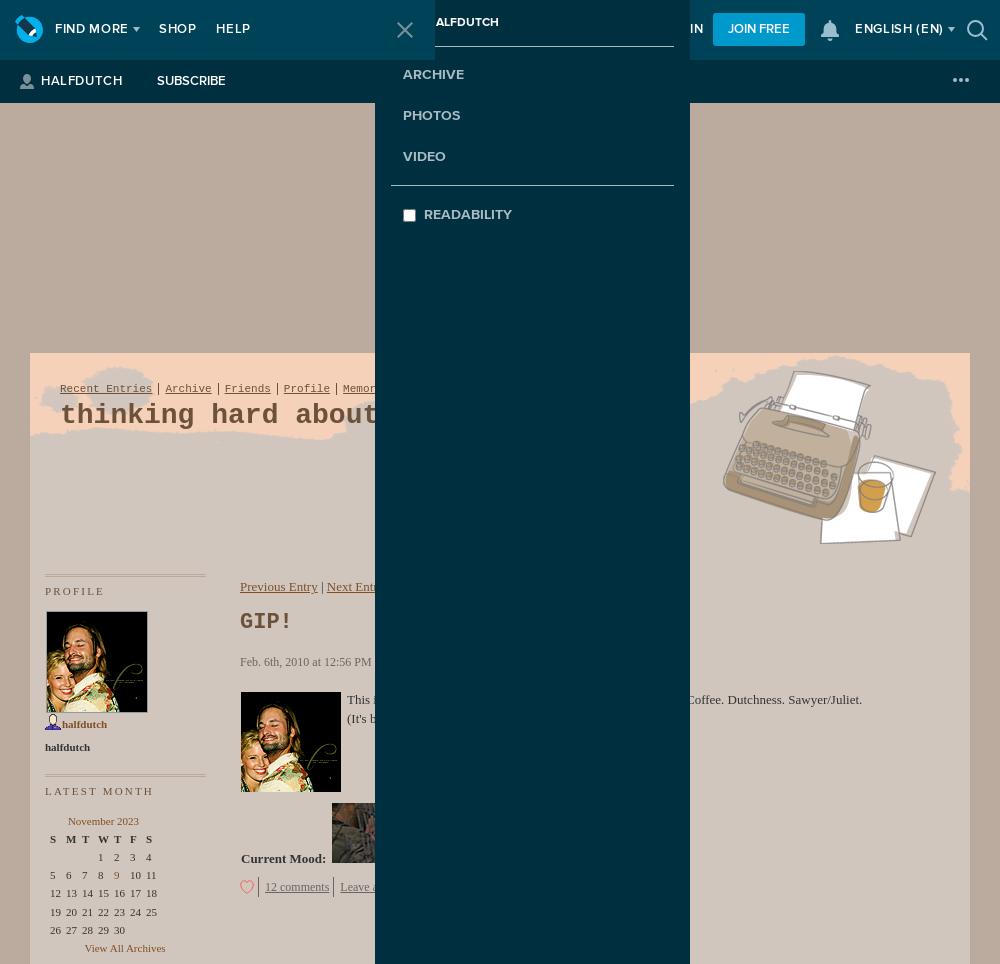  What do you see at coordinates (266, 622) in the screenshot?
I see `'GIP!'` at bounding box center [266, 622].